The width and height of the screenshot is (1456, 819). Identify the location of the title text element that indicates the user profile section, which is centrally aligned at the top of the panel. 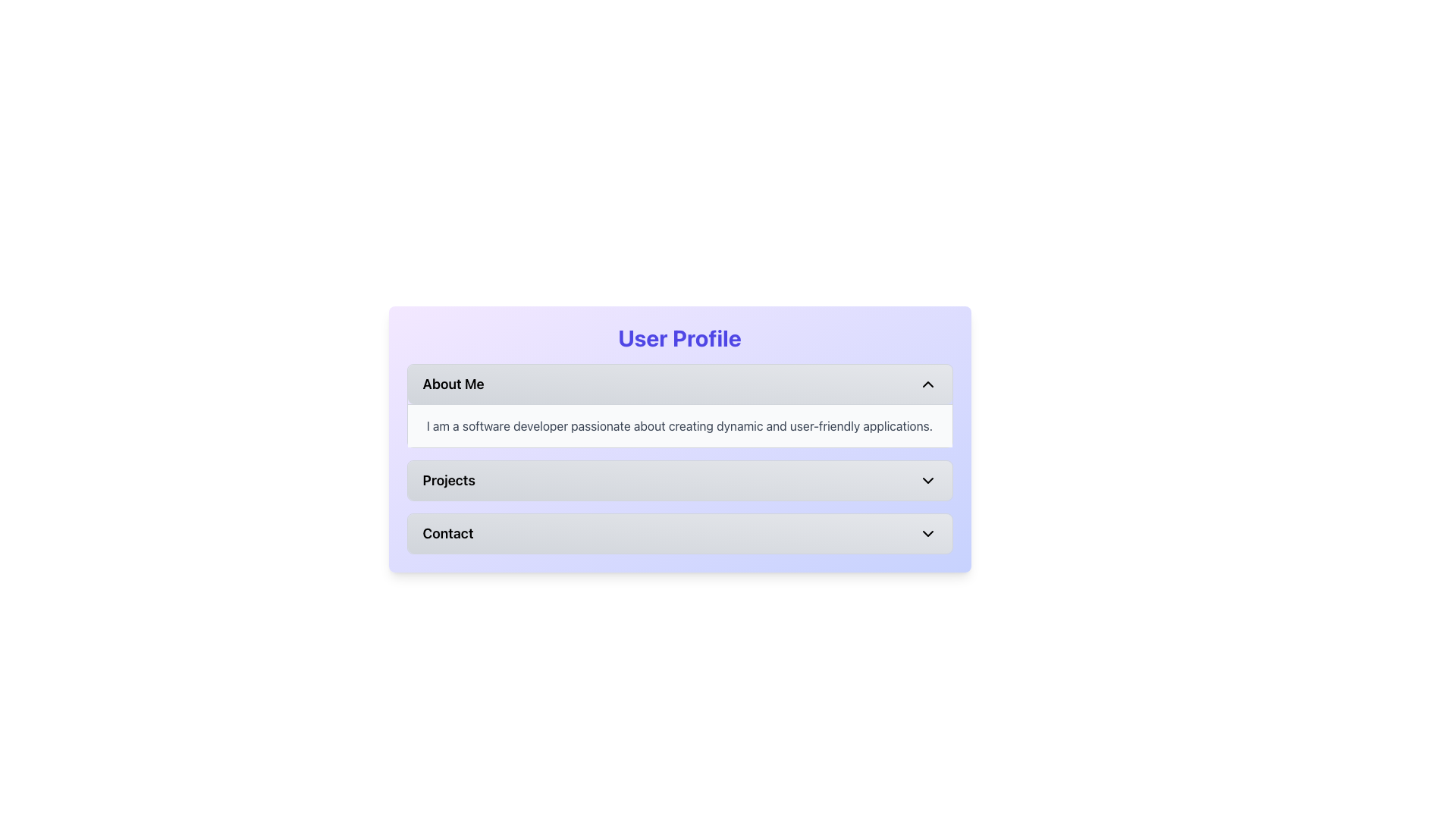
(679, 337).